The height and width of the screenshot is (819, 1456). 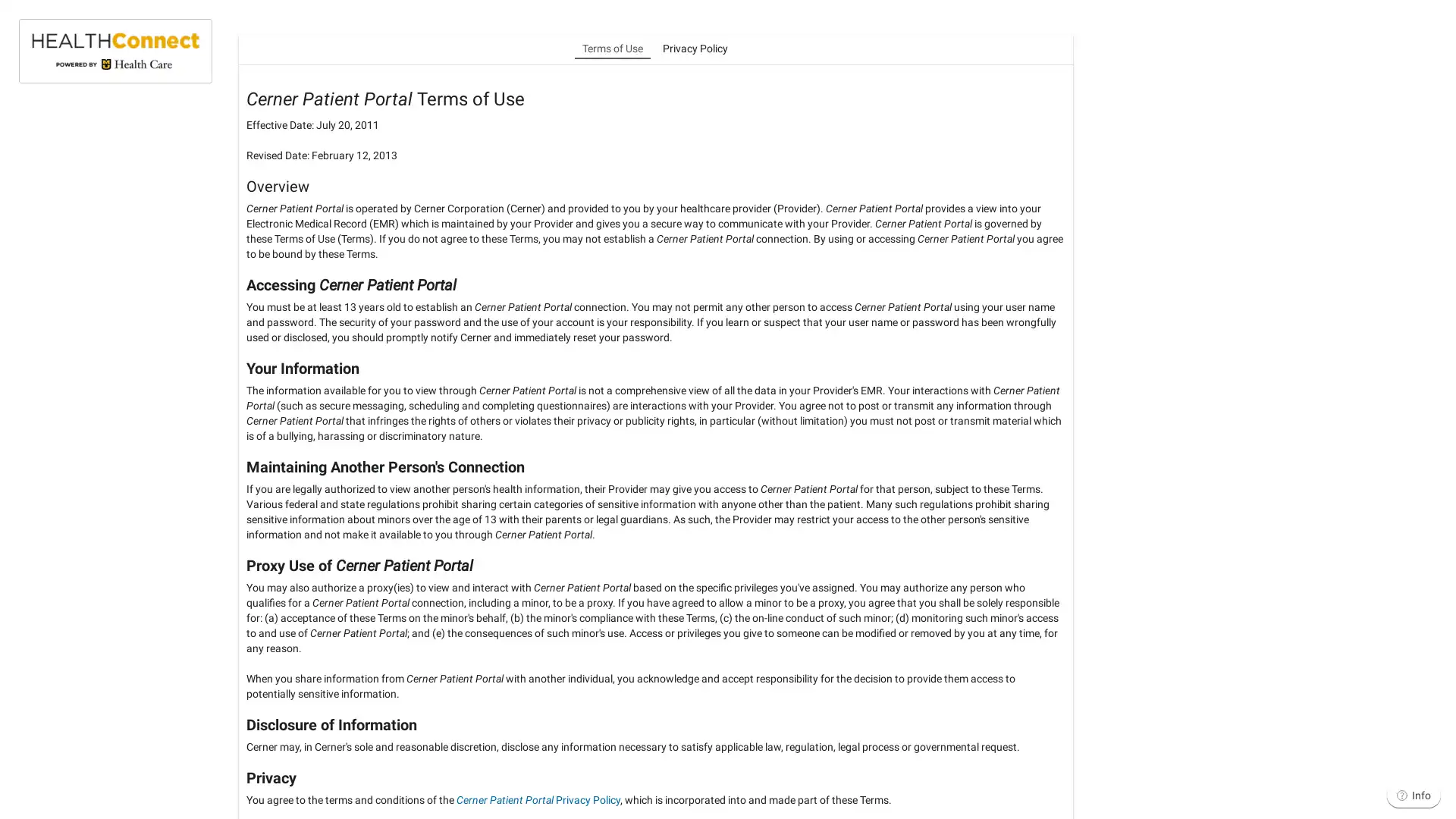 I want to click on Info, so click(x=1413, y=795).